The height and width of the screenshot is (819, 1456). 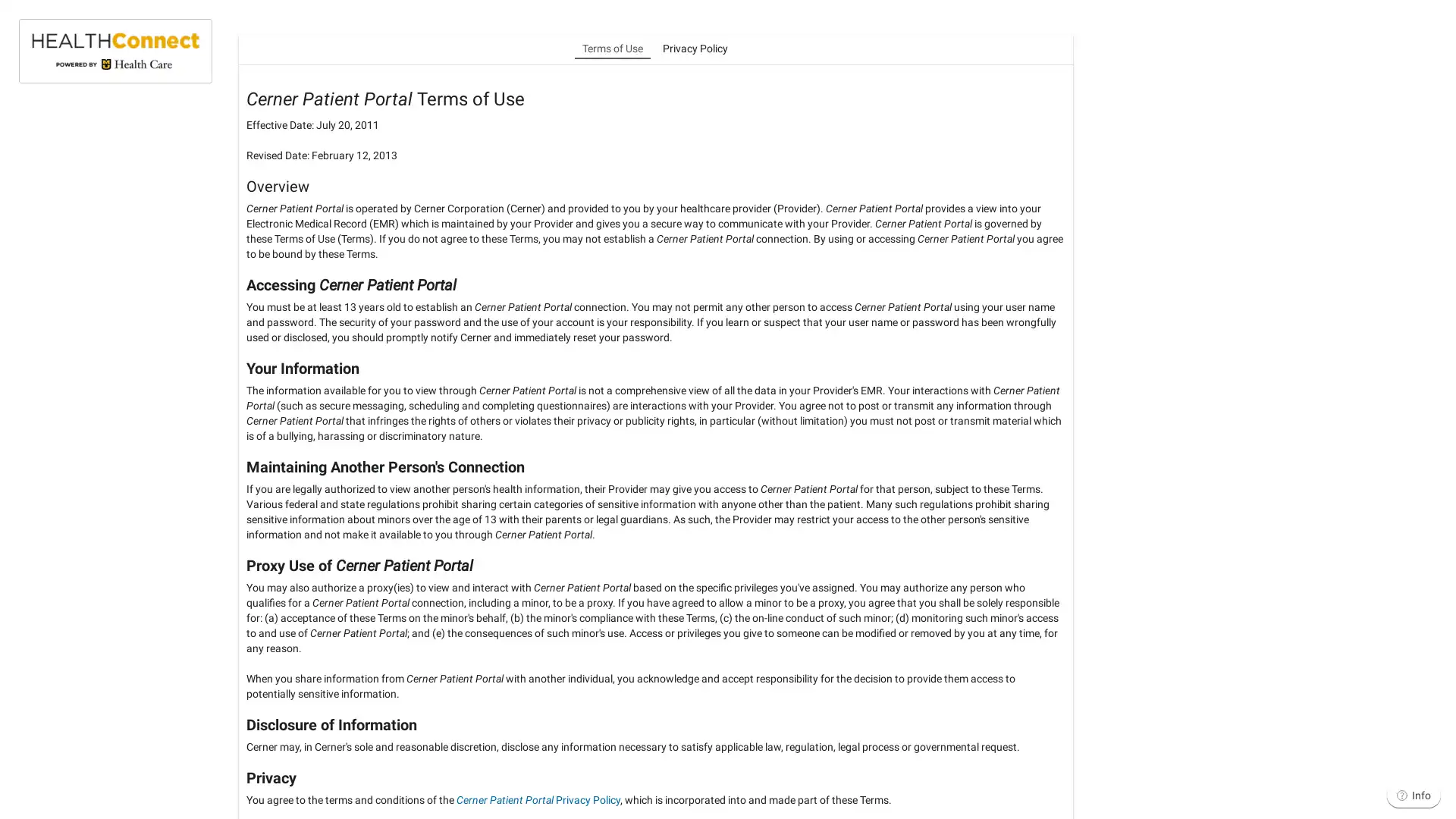 I want to click on Info, so click(x=1413, y=795).